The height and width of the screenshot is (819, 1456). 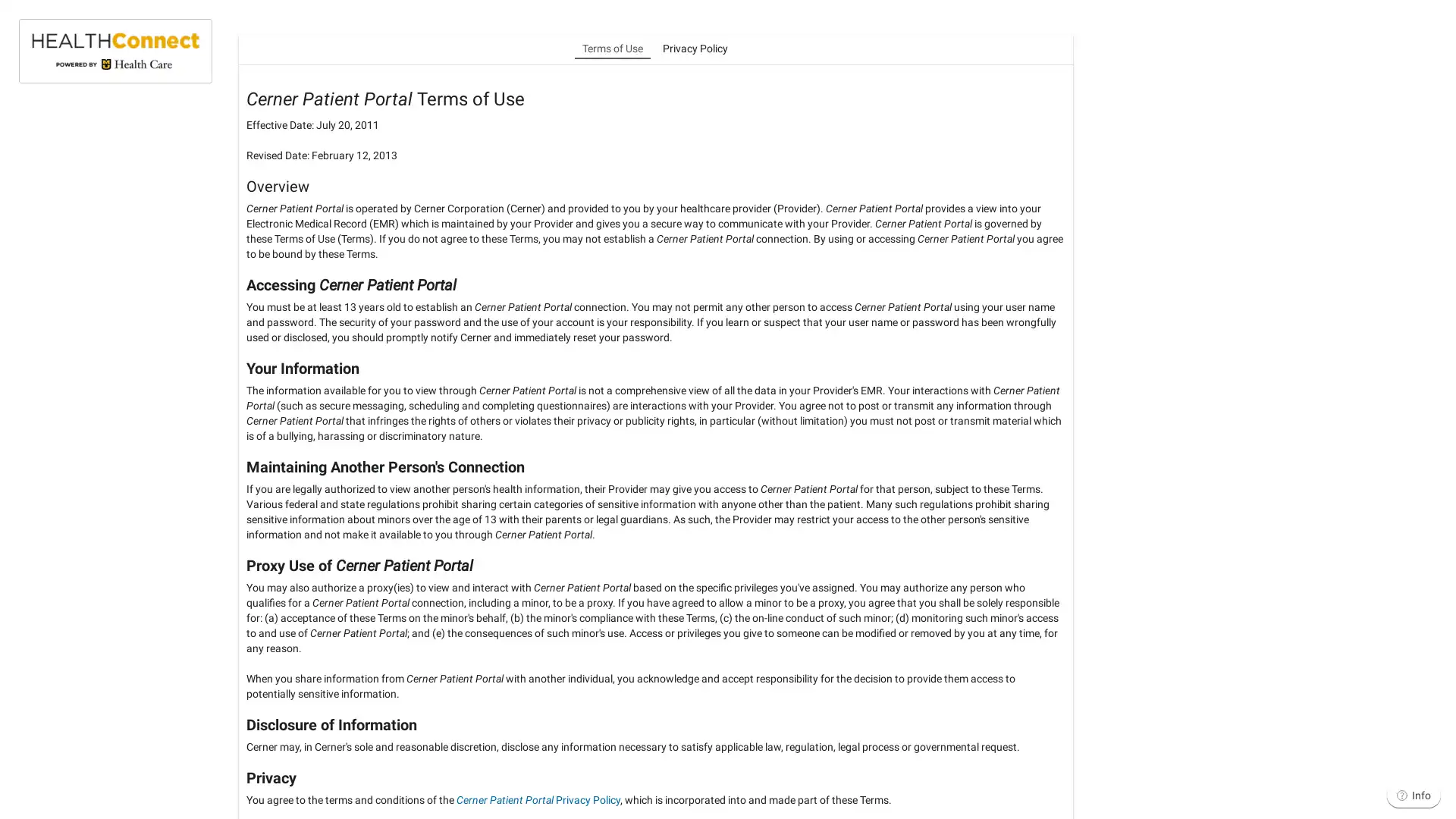 I want to click on Info, so click(x=1413, y=795).